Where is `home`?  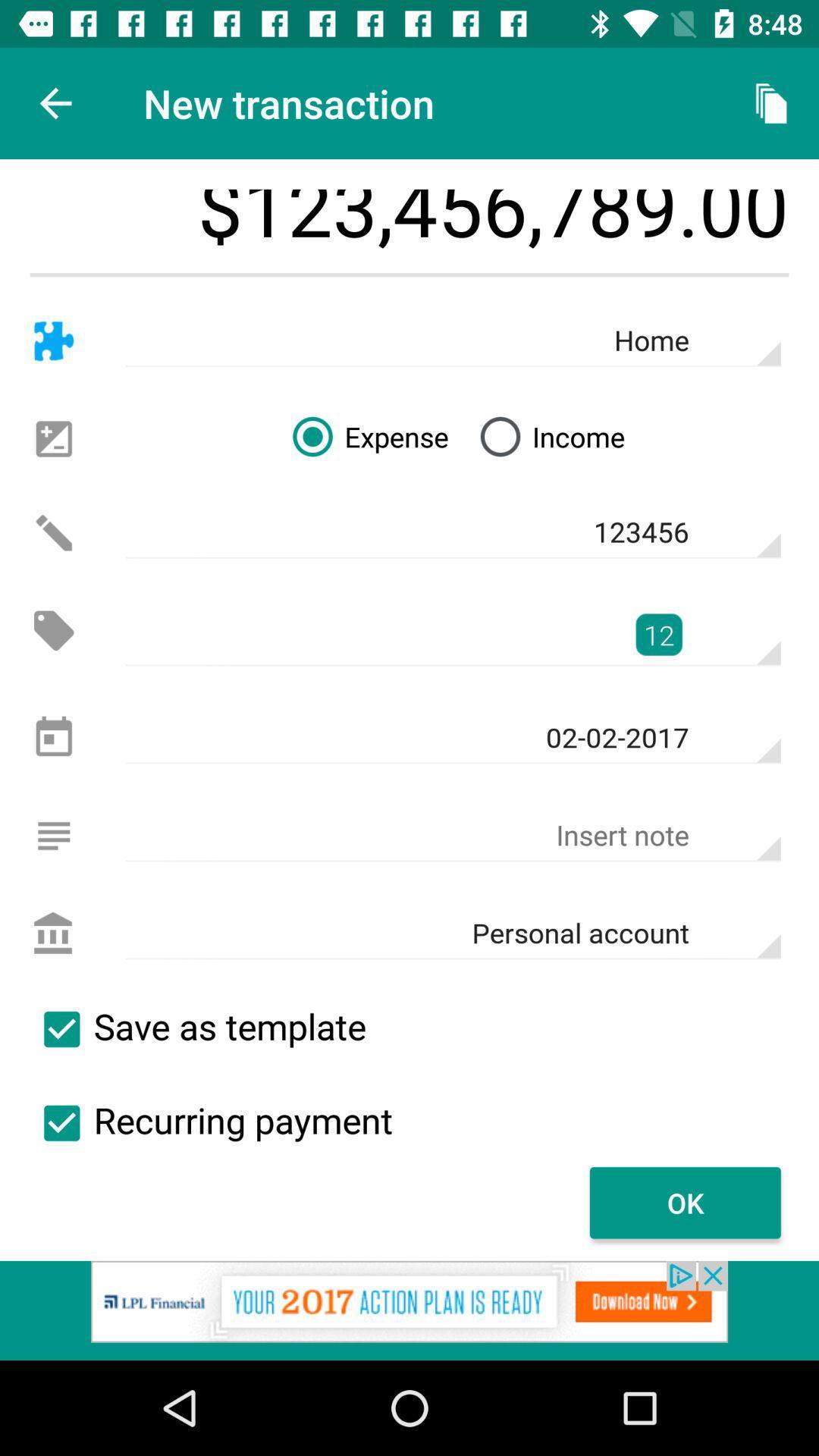
home is located at coordinates (53, 340).